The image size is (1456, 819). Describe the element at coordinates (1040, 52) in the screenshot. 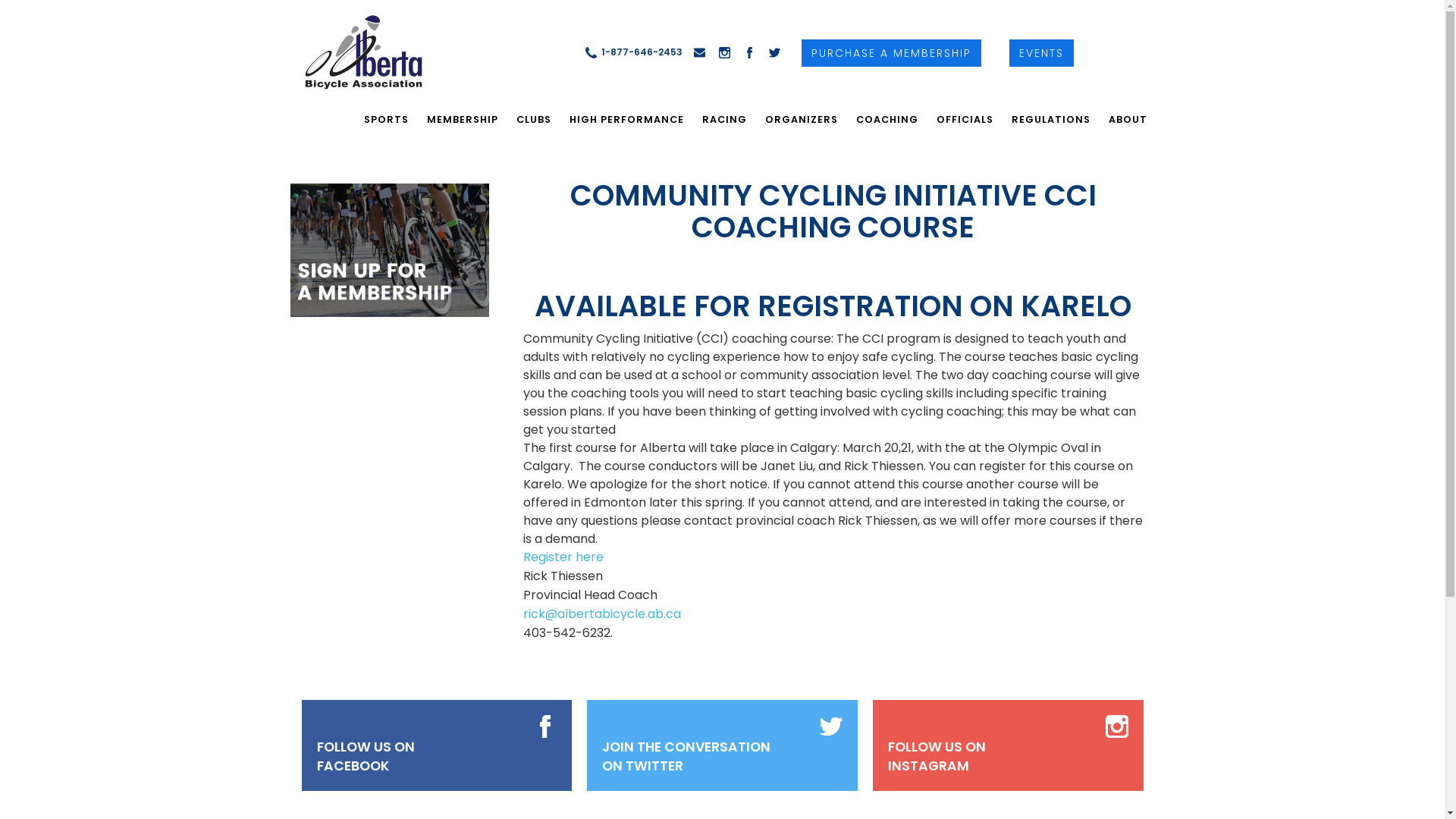

I see `'EVENTS'` at that location.